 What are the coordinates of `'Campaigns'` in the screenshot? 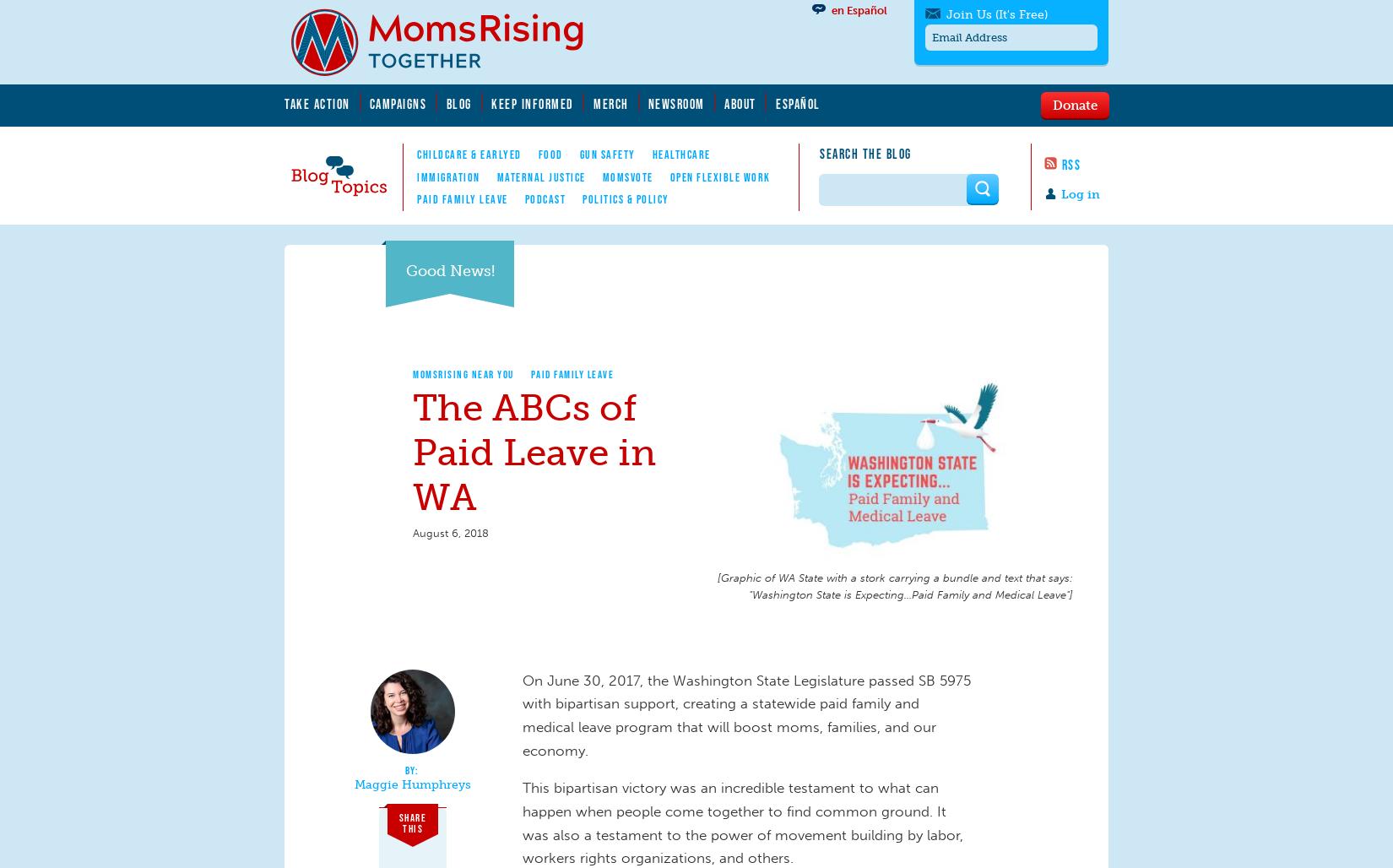 It's located at (367, 102).